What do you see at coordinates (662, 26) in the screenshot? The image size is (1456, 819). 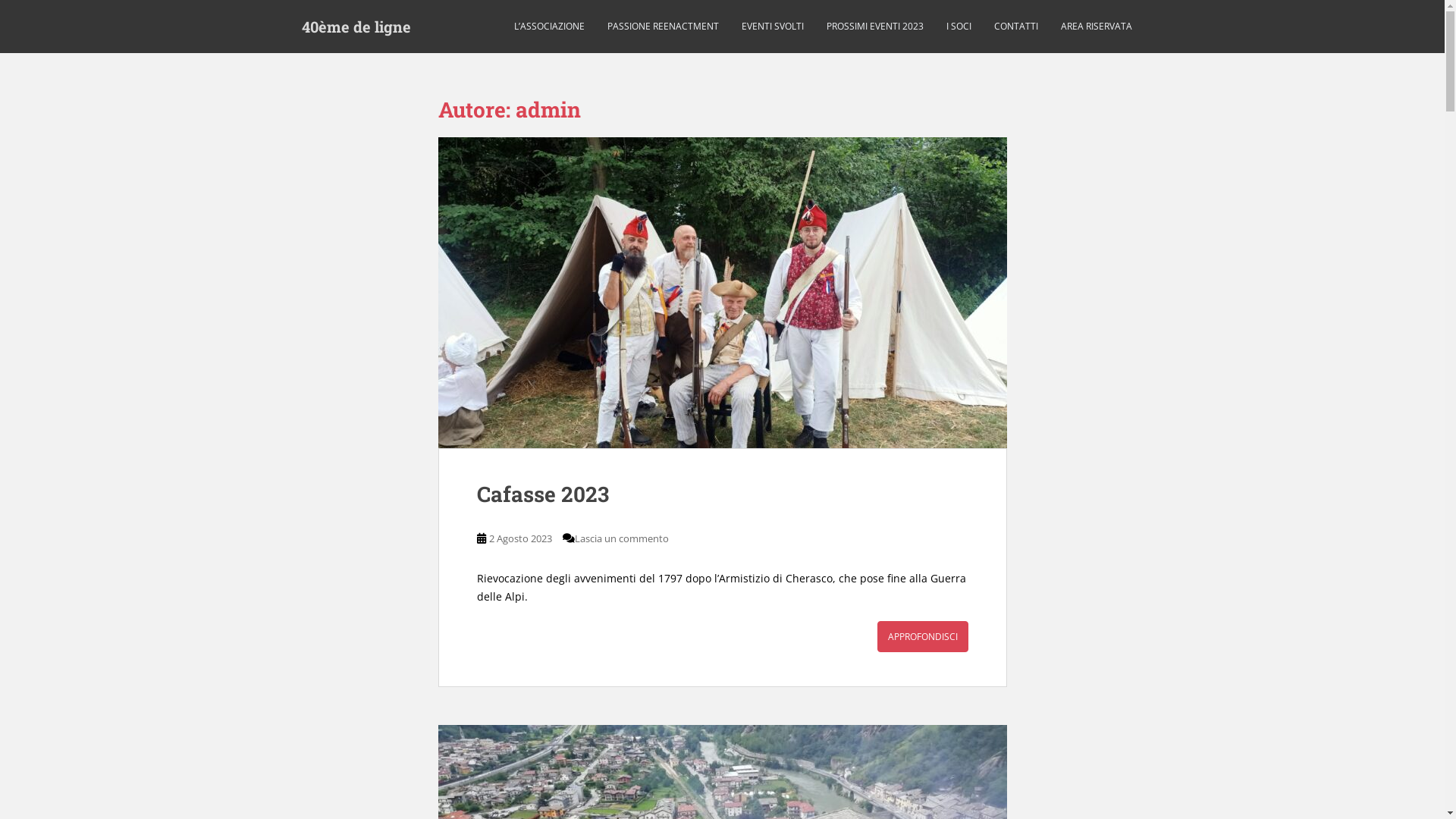 I see `'PASSIONE REENACTMENT'` at bounding box center [662, 26].